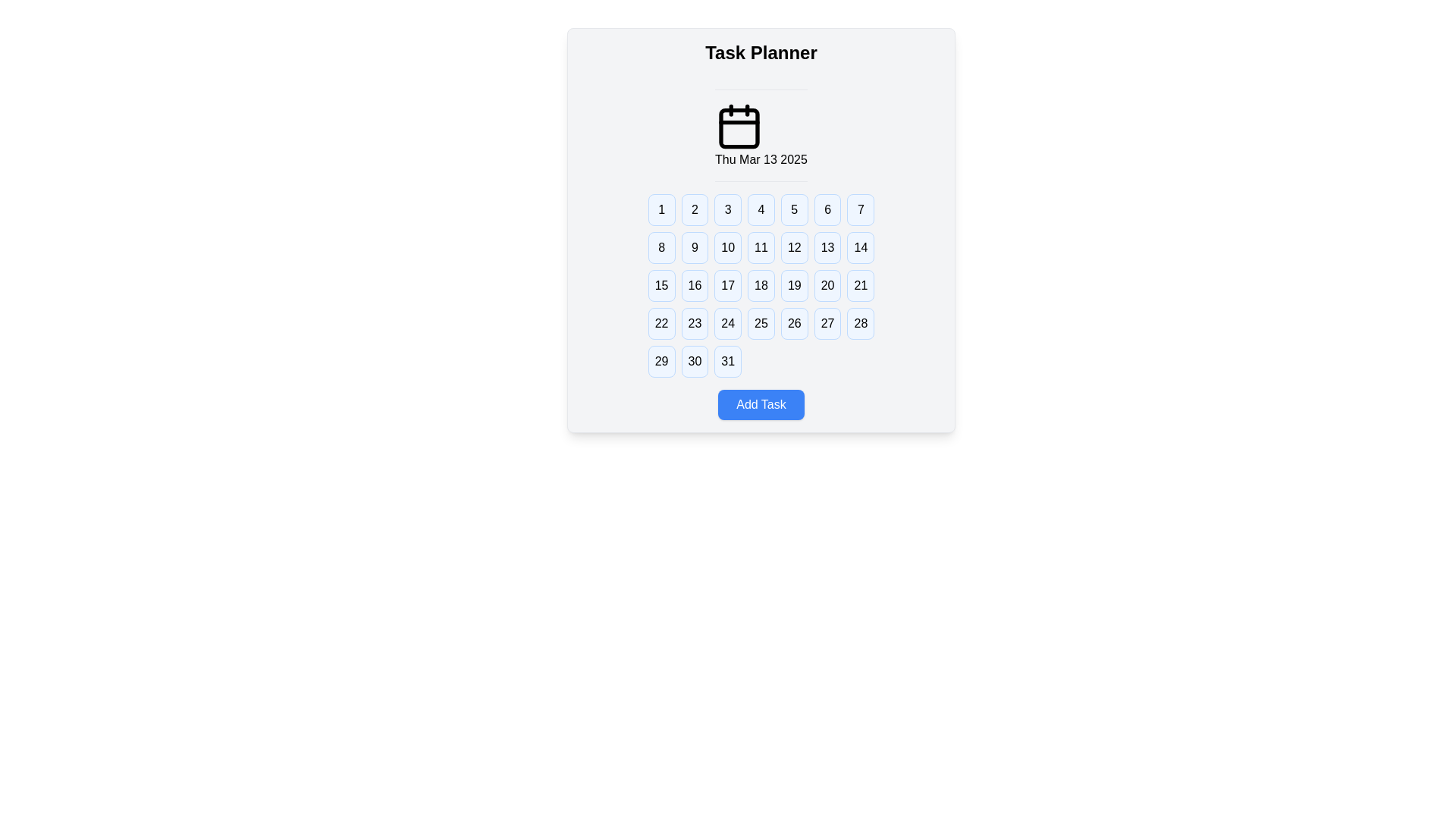  What do you see at coordinates (661, 247) in the screenshot?
I see `the button with the number '8' in bold black text, located in the second row and first column of the calendar grid` at bounding box center [661, 247].